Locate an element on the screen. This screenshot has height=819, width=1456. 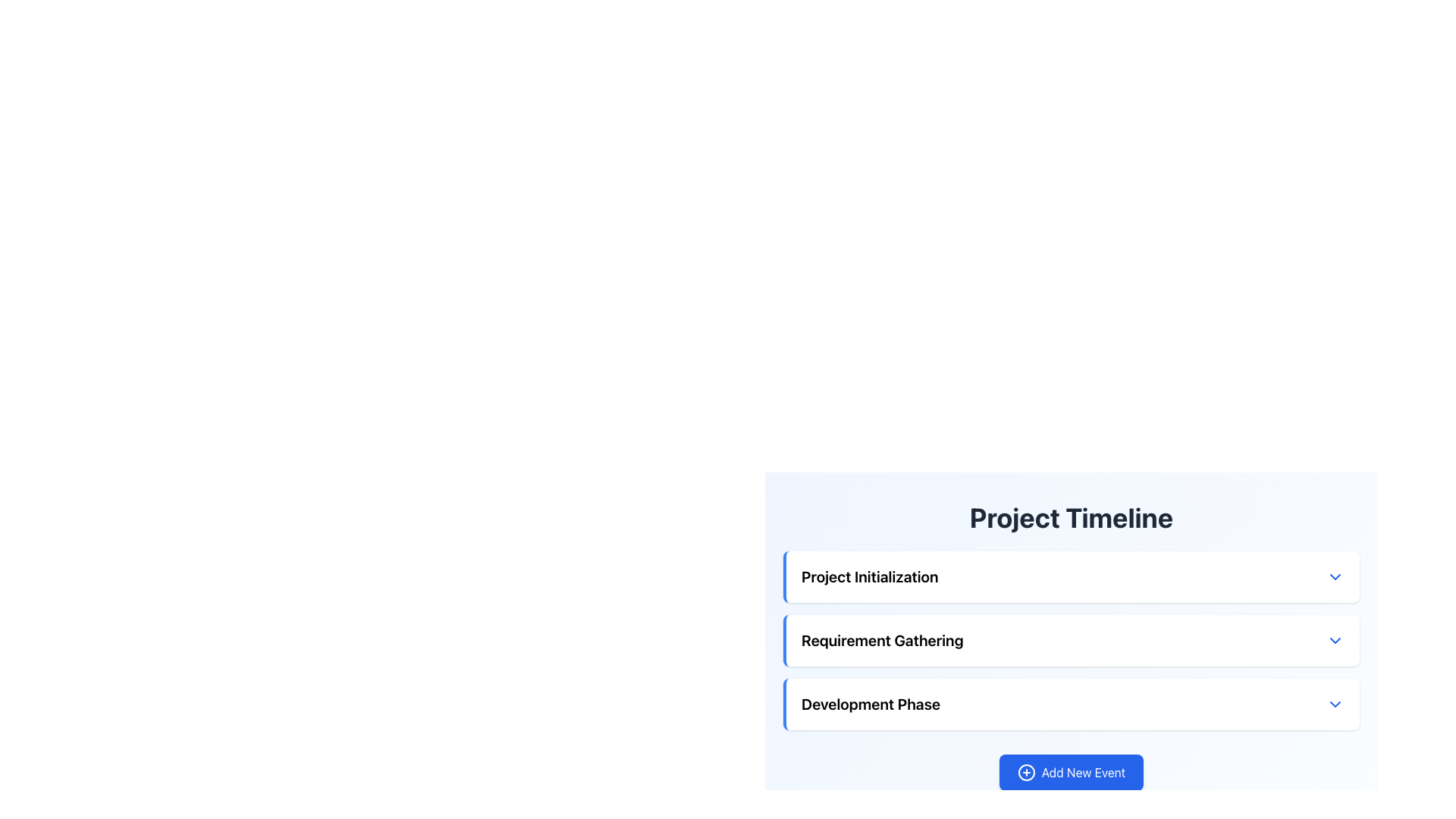
the header element displaying 'Project Timeline', which is a large, bold, centered heading in dark gray color is located at coordinates (1070, 516).